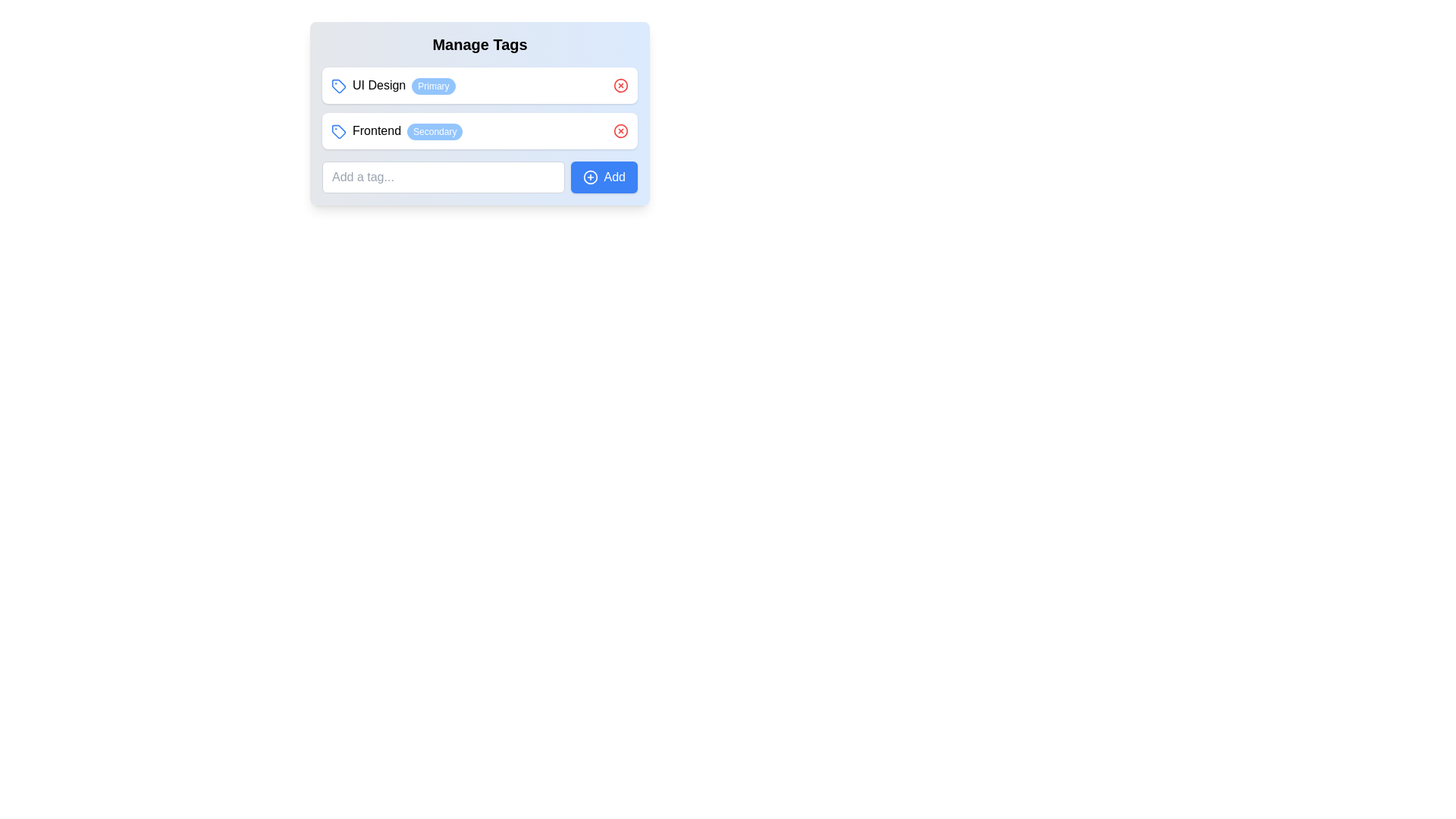 This screenshot has width=1456, height=819. Describe the element at coordinates (603, 177) in the screenshot. I see `the 'Add Tag' button located to the right of the input field labeled 'Add a tag...'` at that location.